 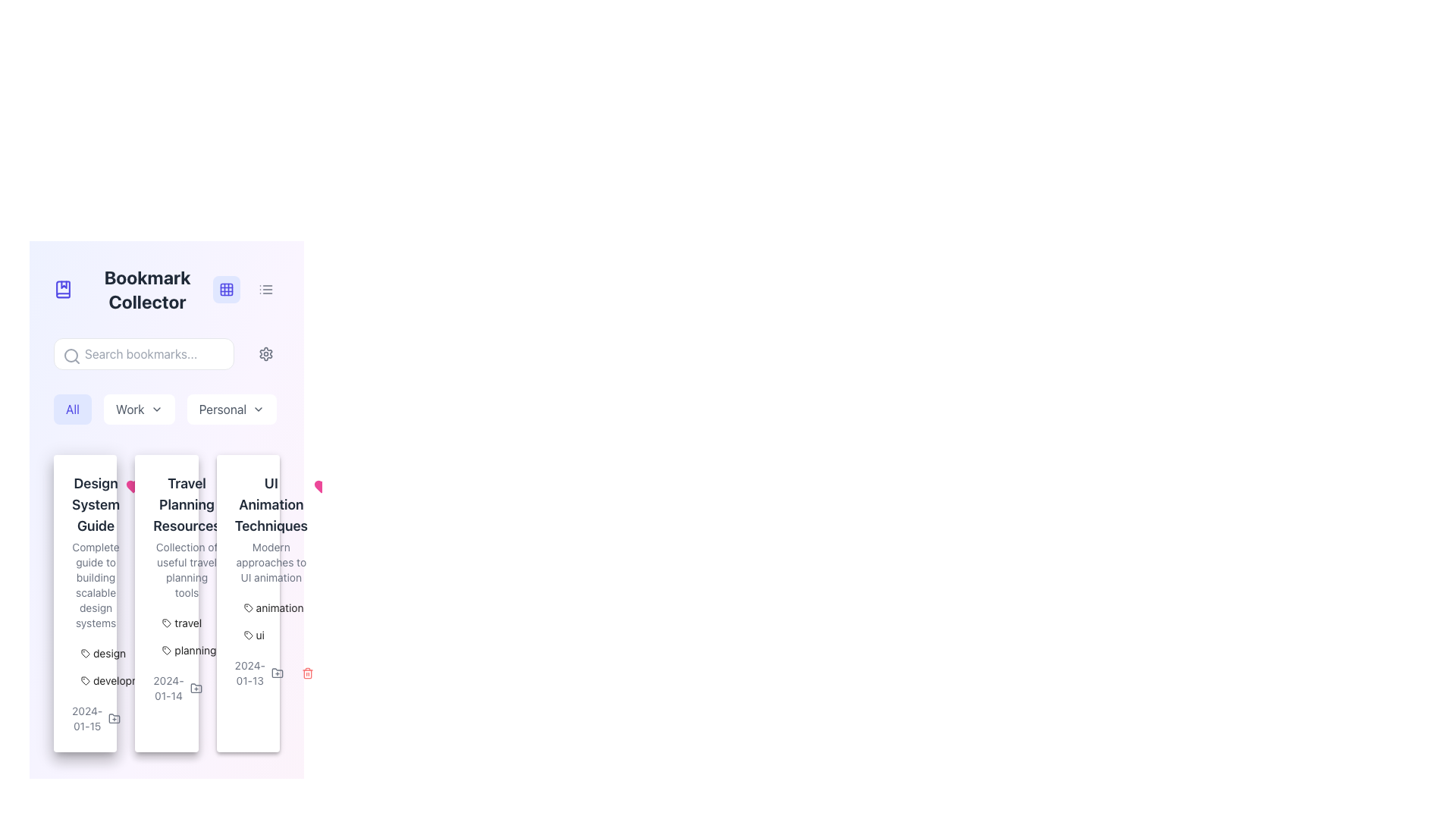 I want to click on the trash bin icon located near the bottom-right of the 'UI Animation Techniques' list item, which features a minimalistic design in red color, so click(x=307, y=672).